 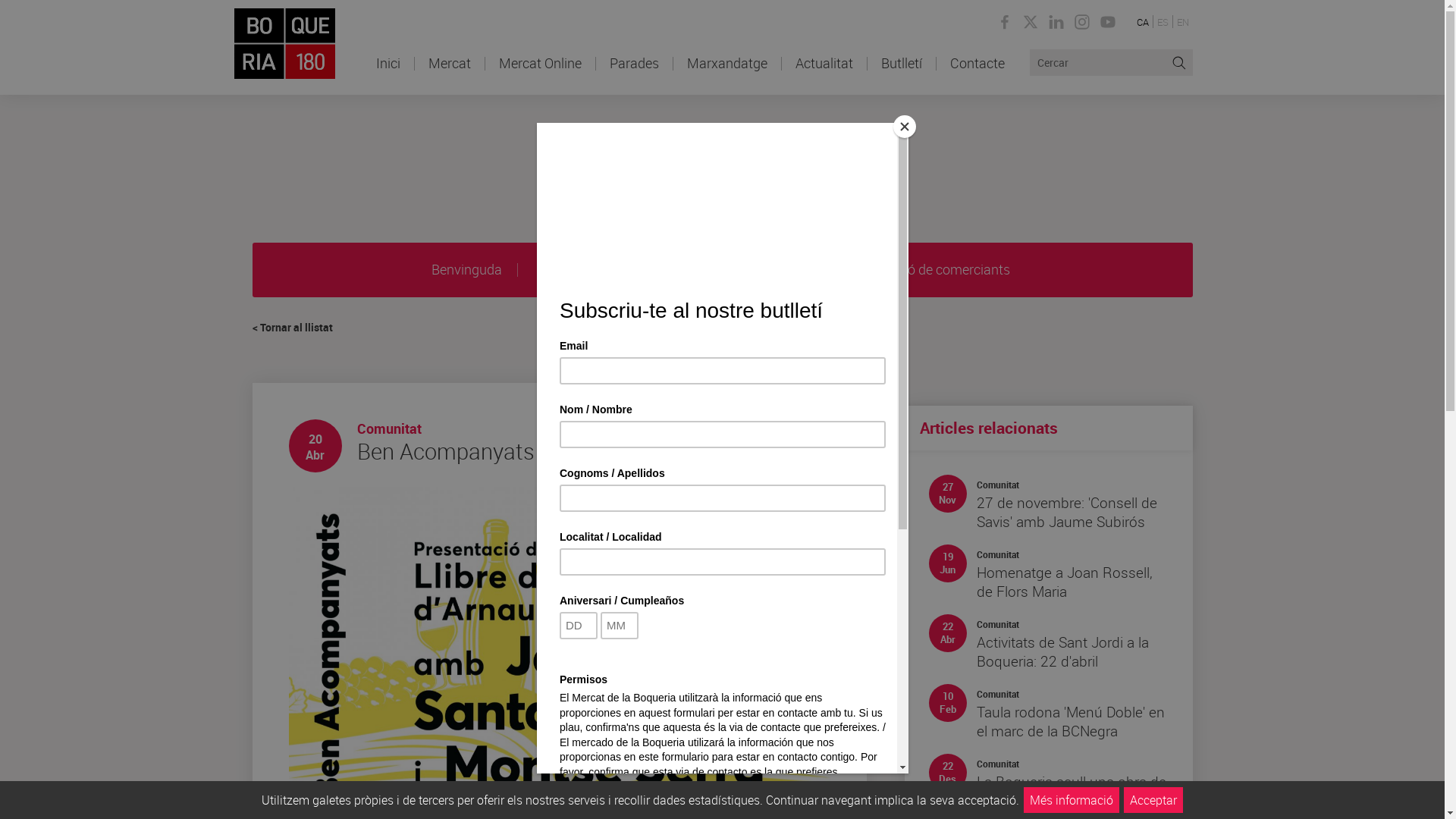 What do you see at coordinates (251, 327) in the screenshot?
I see `'< Tornar al llistat'` at bounding box center [251, 327].